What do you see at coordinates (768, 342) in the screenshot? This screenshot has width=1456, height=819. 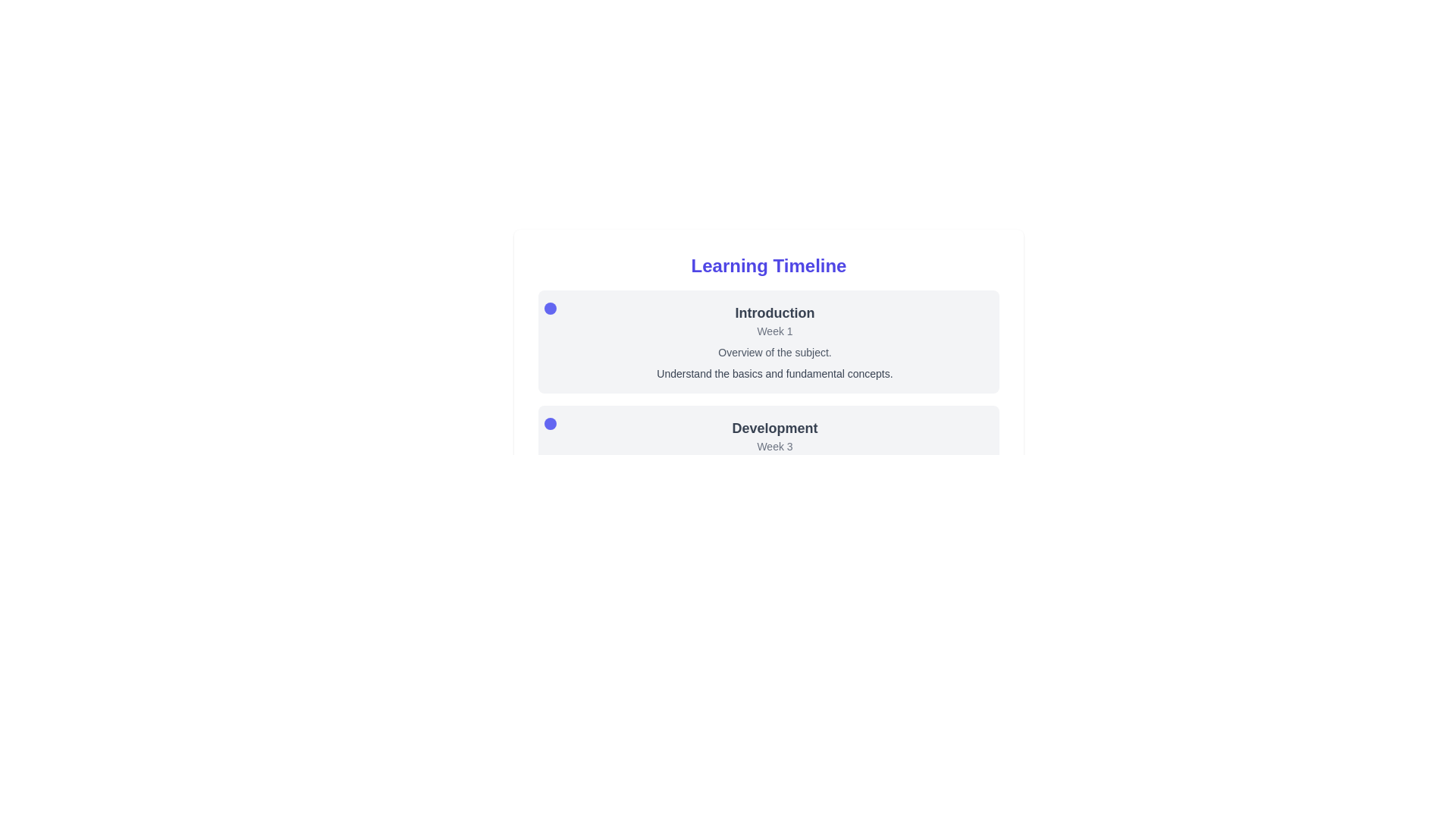 I see `the informational card summarizing the topic 'Introduction' for Week 1, which is centrally located and the first entry in the list of sections` at bounding box center [768, 342].